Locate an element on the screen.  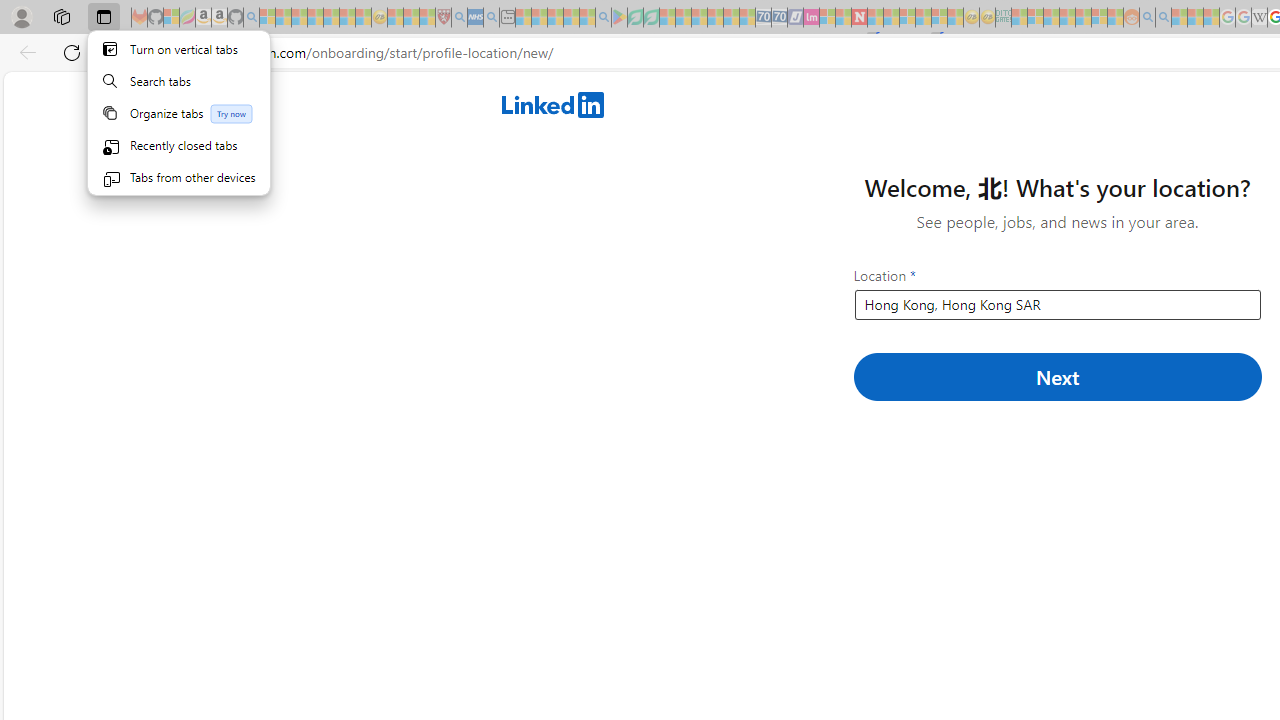
'Turn on vertical tabs' is located at coordinates (179, 47).